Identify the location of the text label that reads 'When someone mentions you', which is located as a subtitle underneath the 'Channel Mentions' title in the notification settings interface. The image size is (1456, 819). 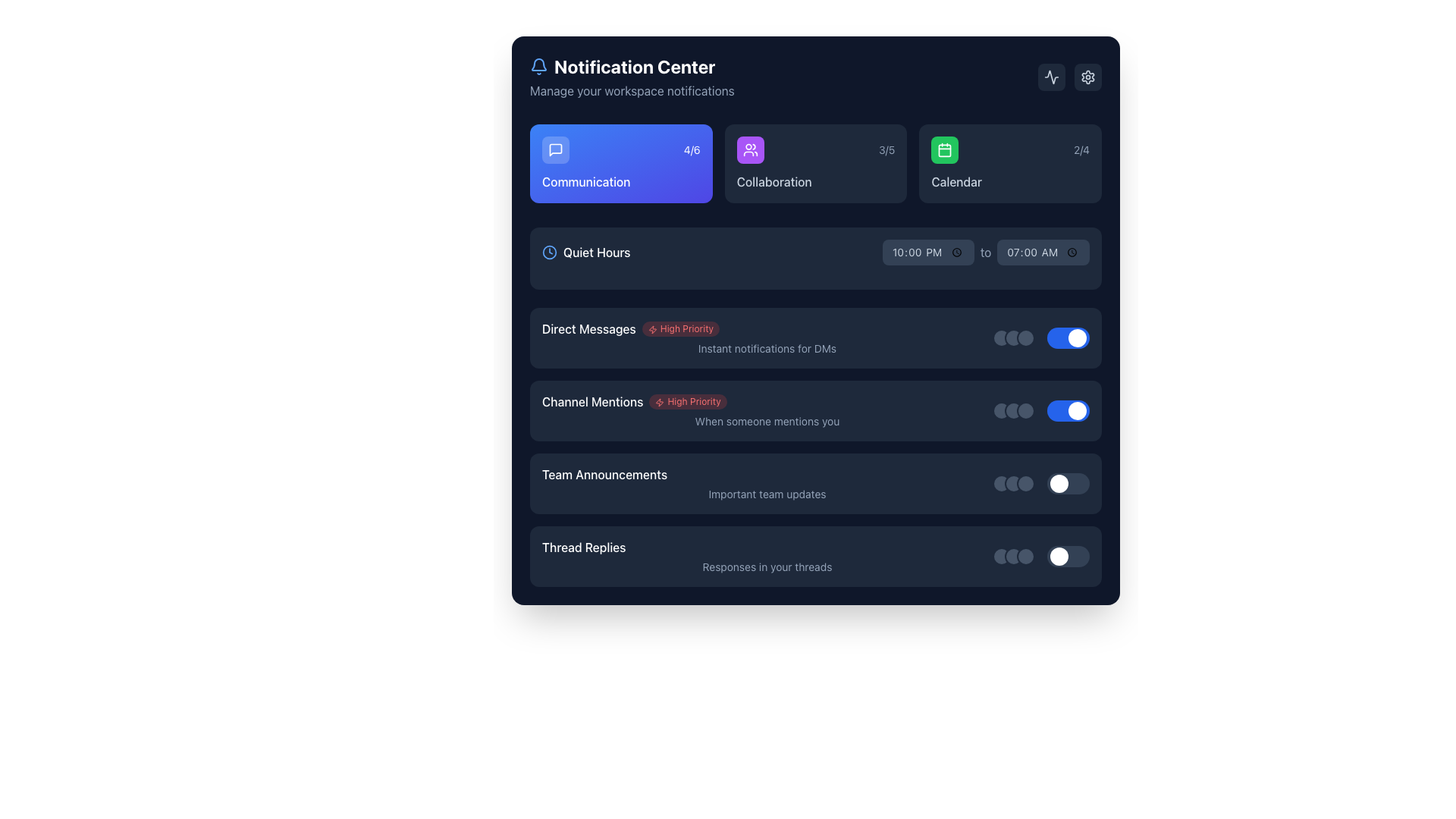
(767, 421).